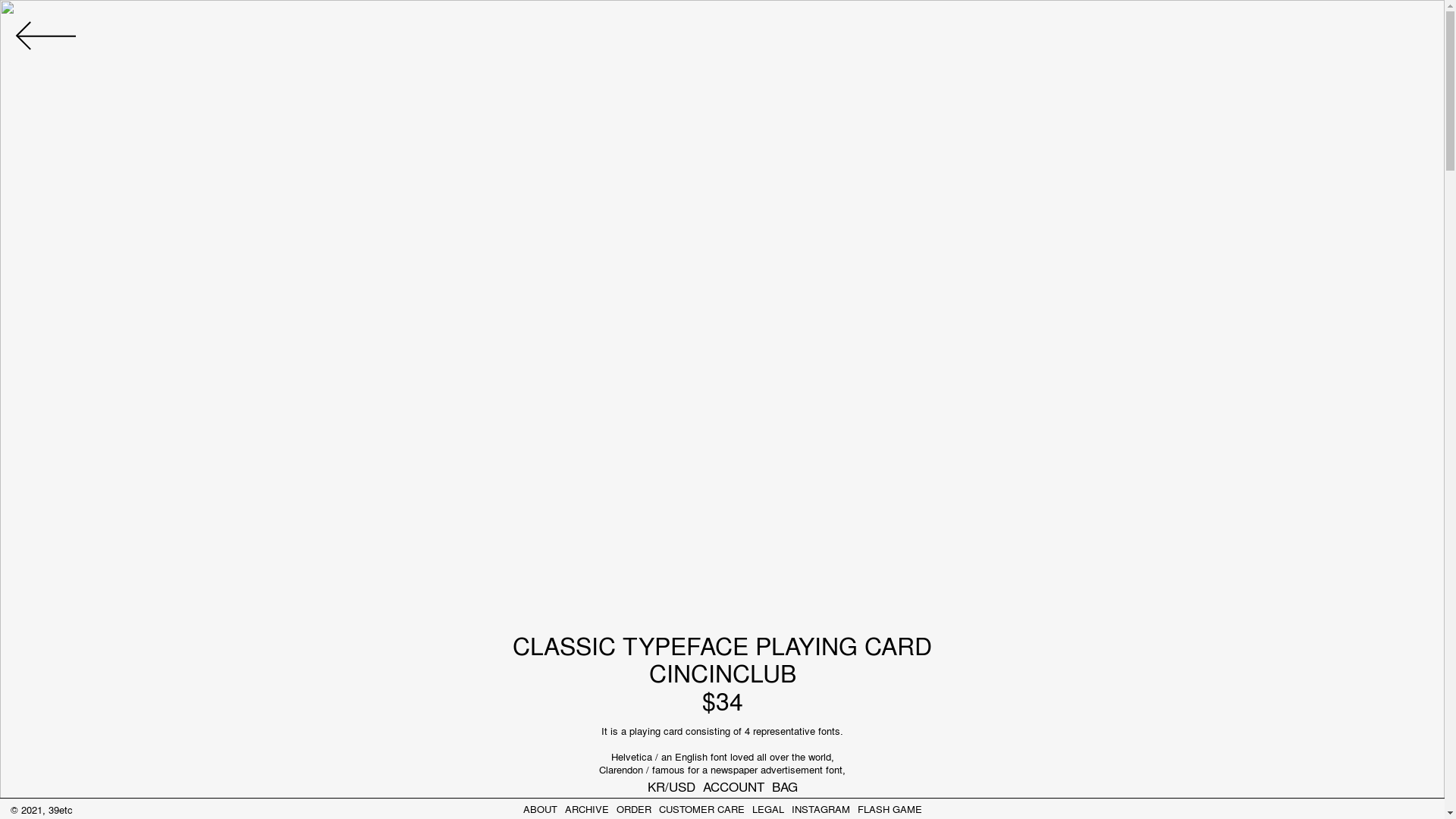  What do you see at coordinates (670, 785) in the screenshot?
I see `'KR/USD'` at bounding box center [670, 785].